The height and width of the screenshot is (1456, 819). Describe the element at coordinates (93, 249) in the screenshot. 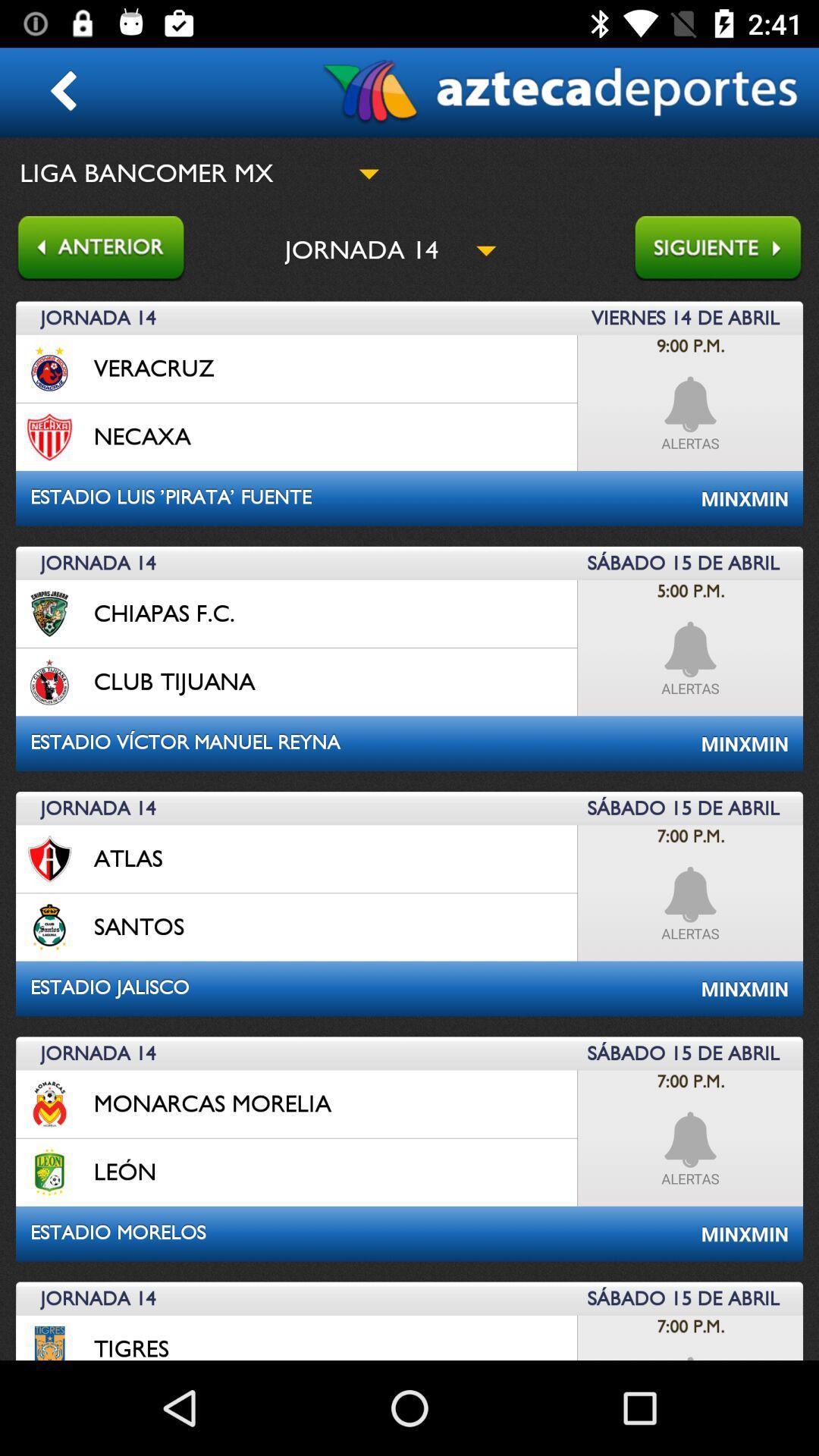

I see `return to previous` at that location.